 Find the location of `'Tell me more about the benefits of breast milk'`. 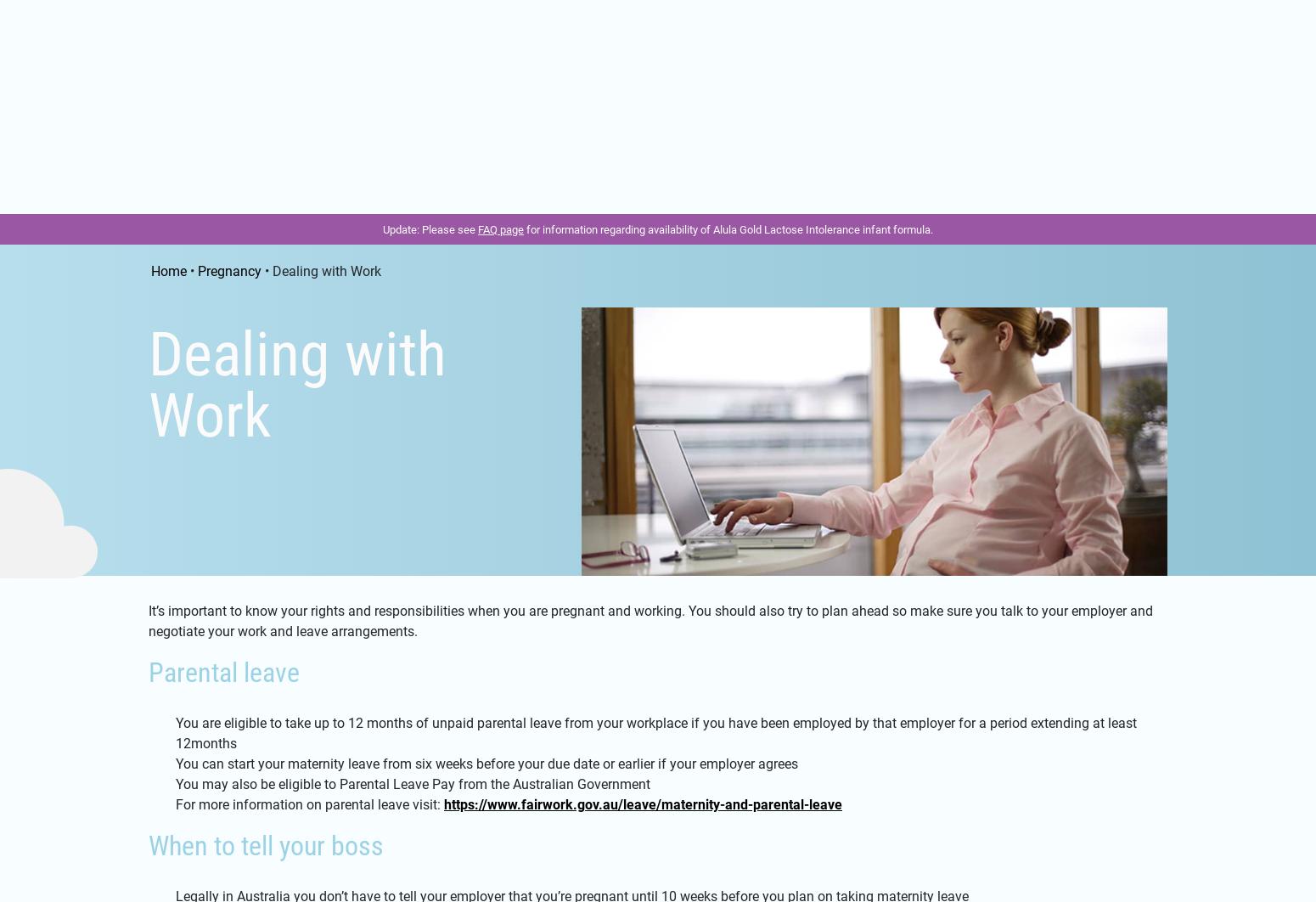

'Tell me more about the benefits of breast milk' is located at coordinates (657, 775).